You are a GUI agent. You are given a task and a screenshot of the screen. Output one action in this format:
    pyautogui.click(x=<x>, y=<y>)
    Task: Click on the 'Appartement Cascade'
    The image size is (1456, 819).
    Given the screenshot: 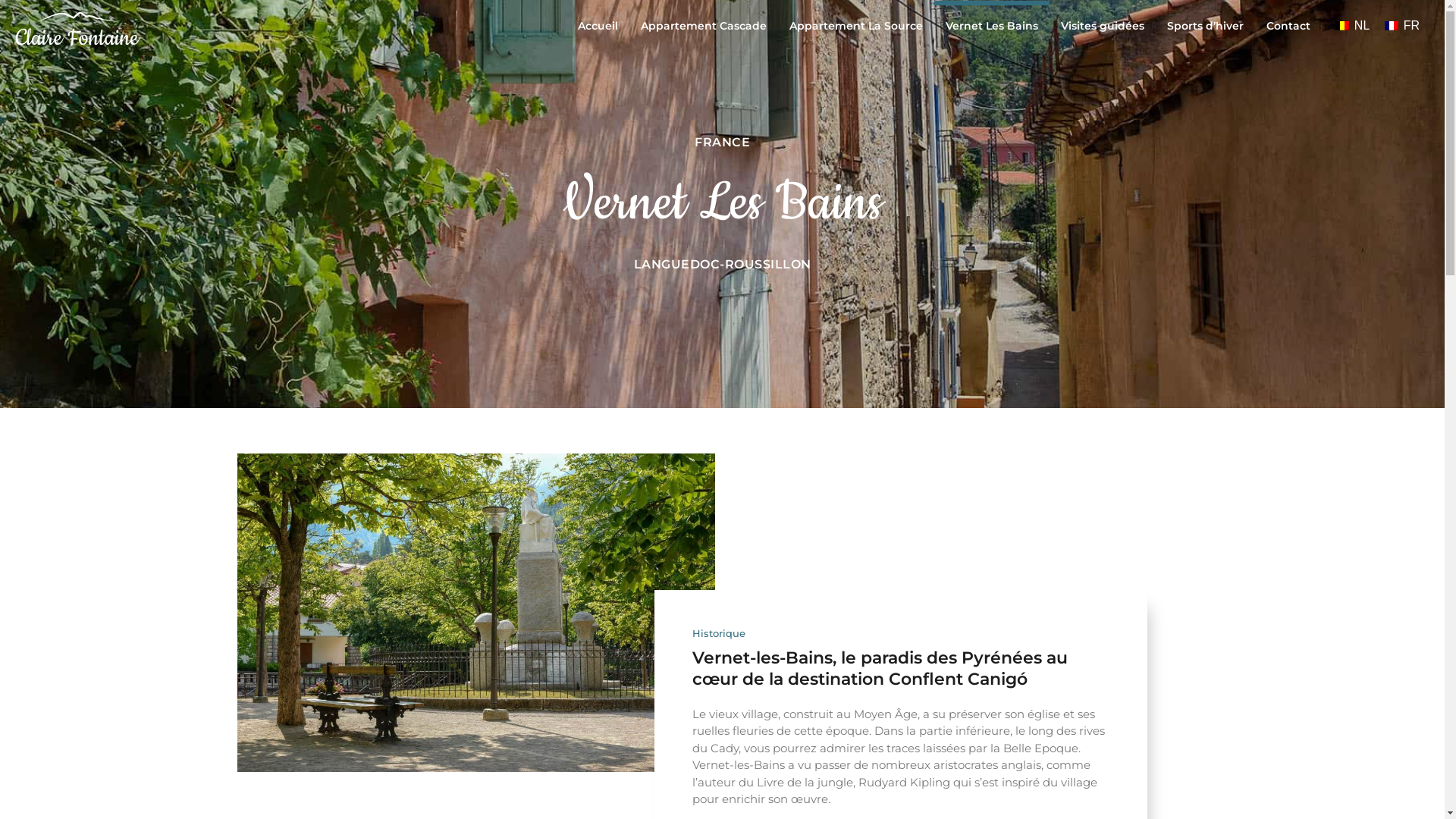 What is the action you would take?
    pyautogui.click(x=702, y=26)
    